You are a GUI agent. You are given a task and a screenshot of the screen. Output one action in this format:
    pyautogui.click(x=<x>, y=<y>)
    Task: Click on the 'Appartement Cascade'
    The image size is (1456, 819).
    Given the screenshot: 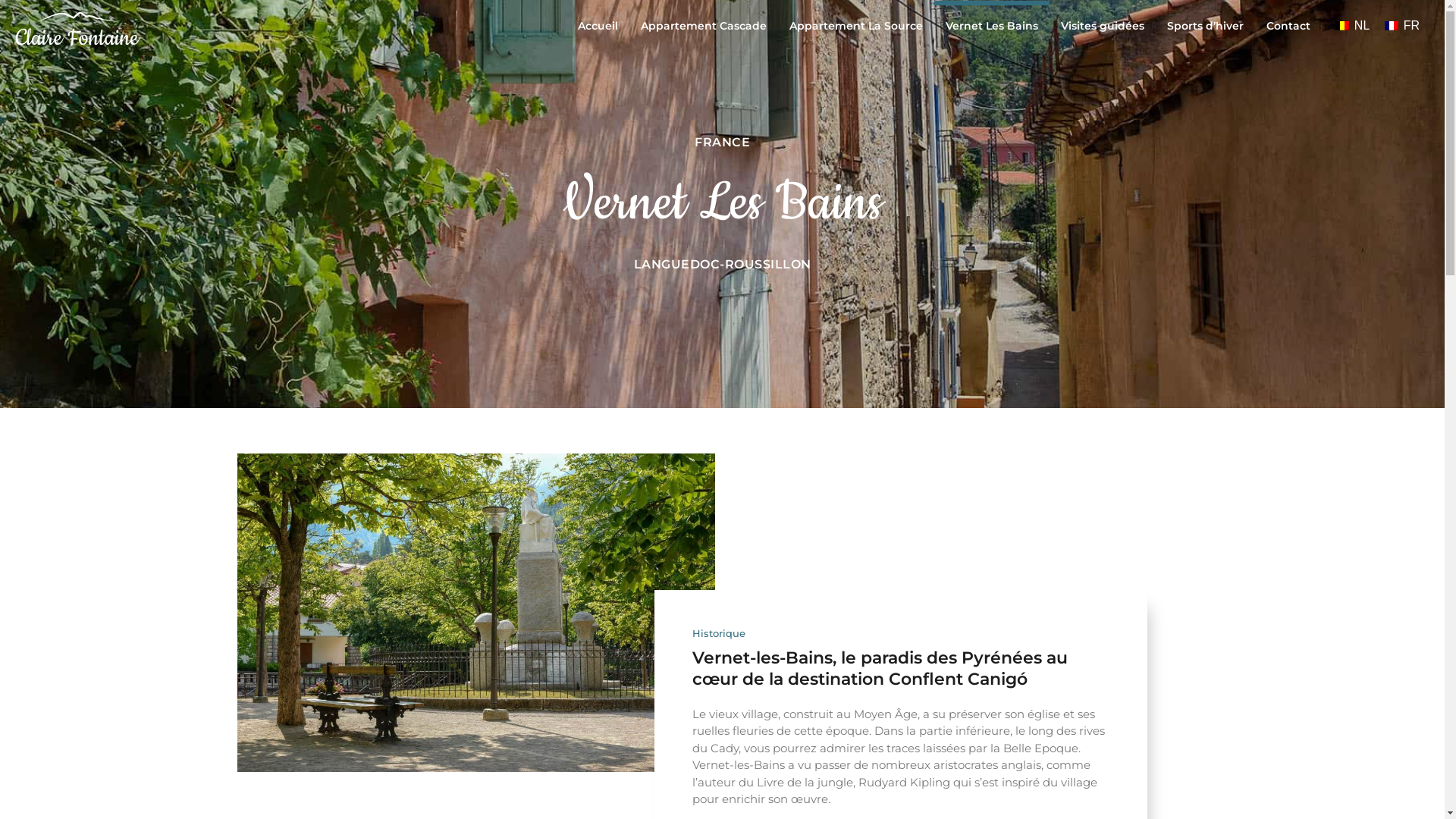 What is the action you would take?
    pyautogui.click(x=702, y=26)
    